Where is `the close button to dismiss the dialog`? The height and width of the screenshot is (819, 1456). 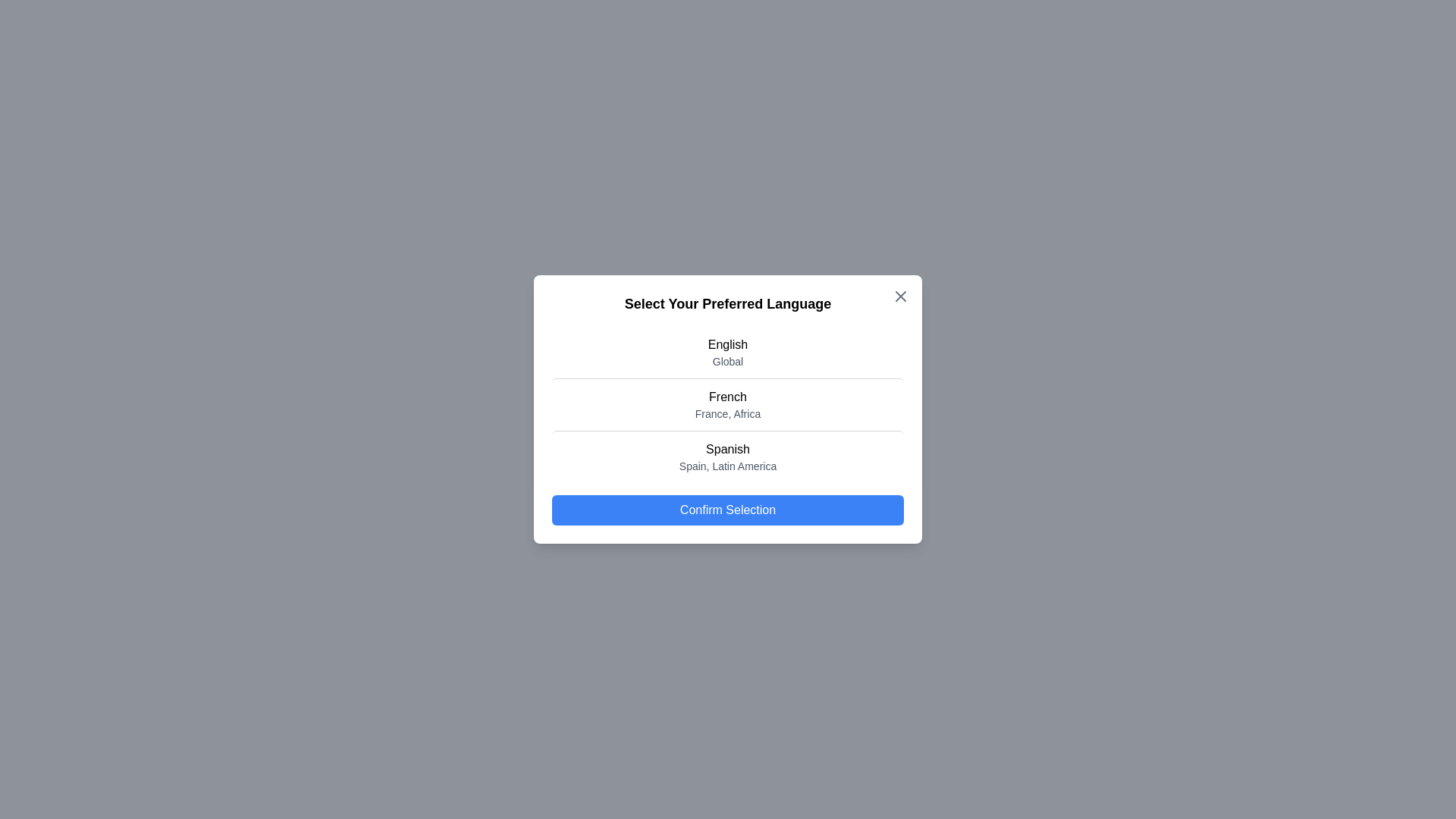 the close button to dismiss the dialog is located at coordinates (901, 296).